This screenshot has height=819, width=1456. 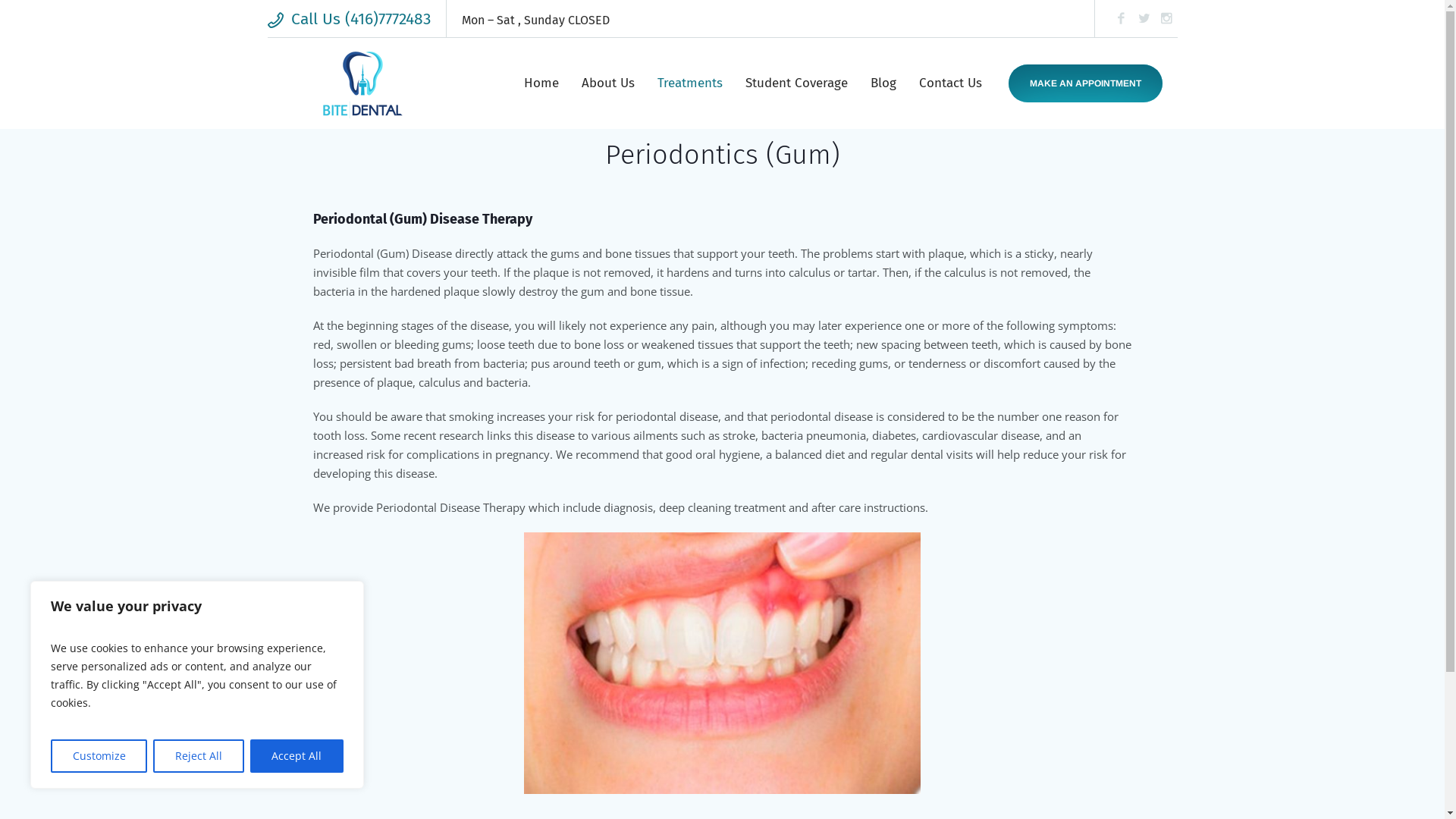 I want to click on 'Contact Us', so click(x=949, y=83).